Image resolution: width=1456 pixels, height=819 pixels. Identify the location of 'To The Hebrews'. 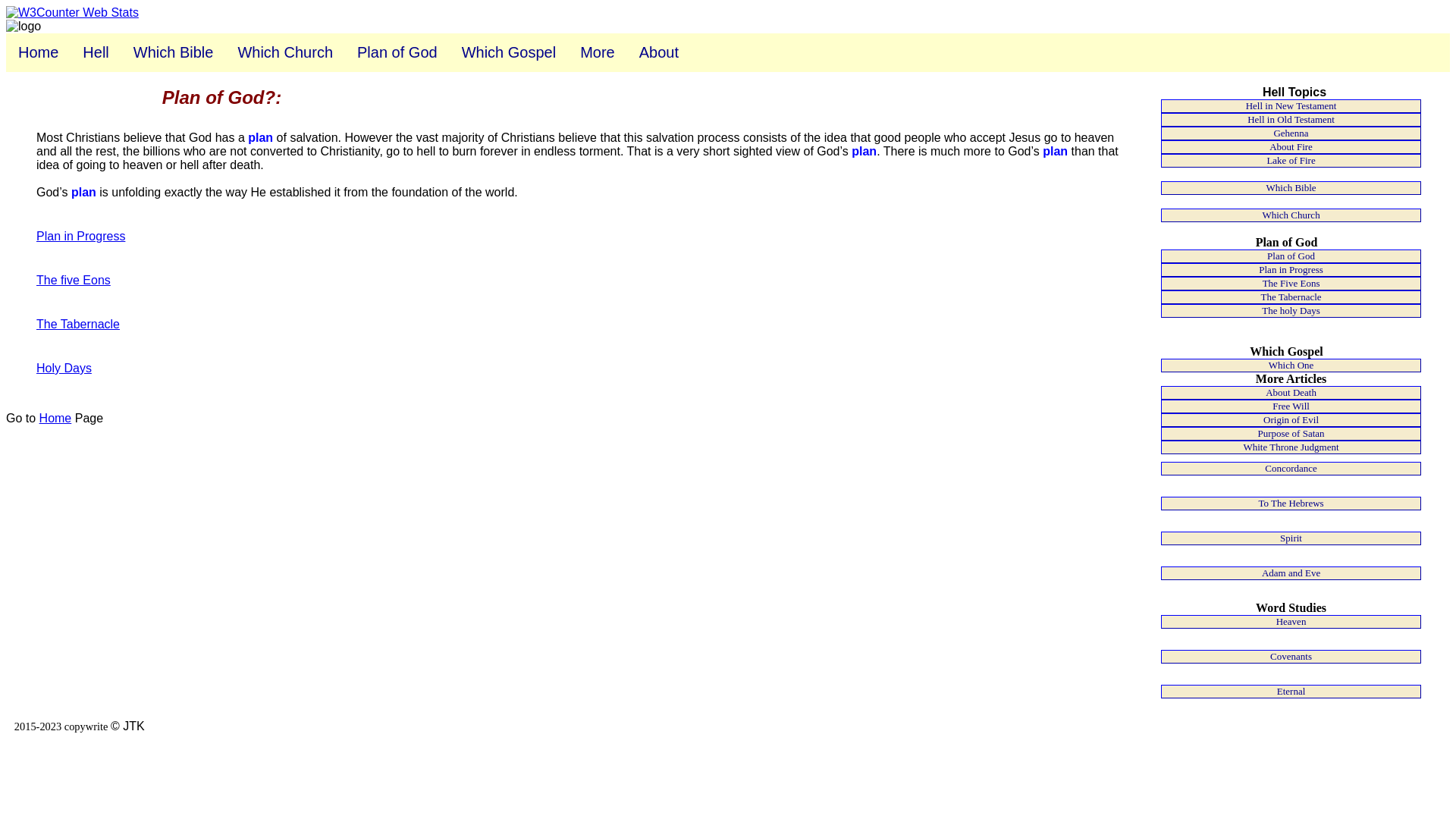
(1290, 503).